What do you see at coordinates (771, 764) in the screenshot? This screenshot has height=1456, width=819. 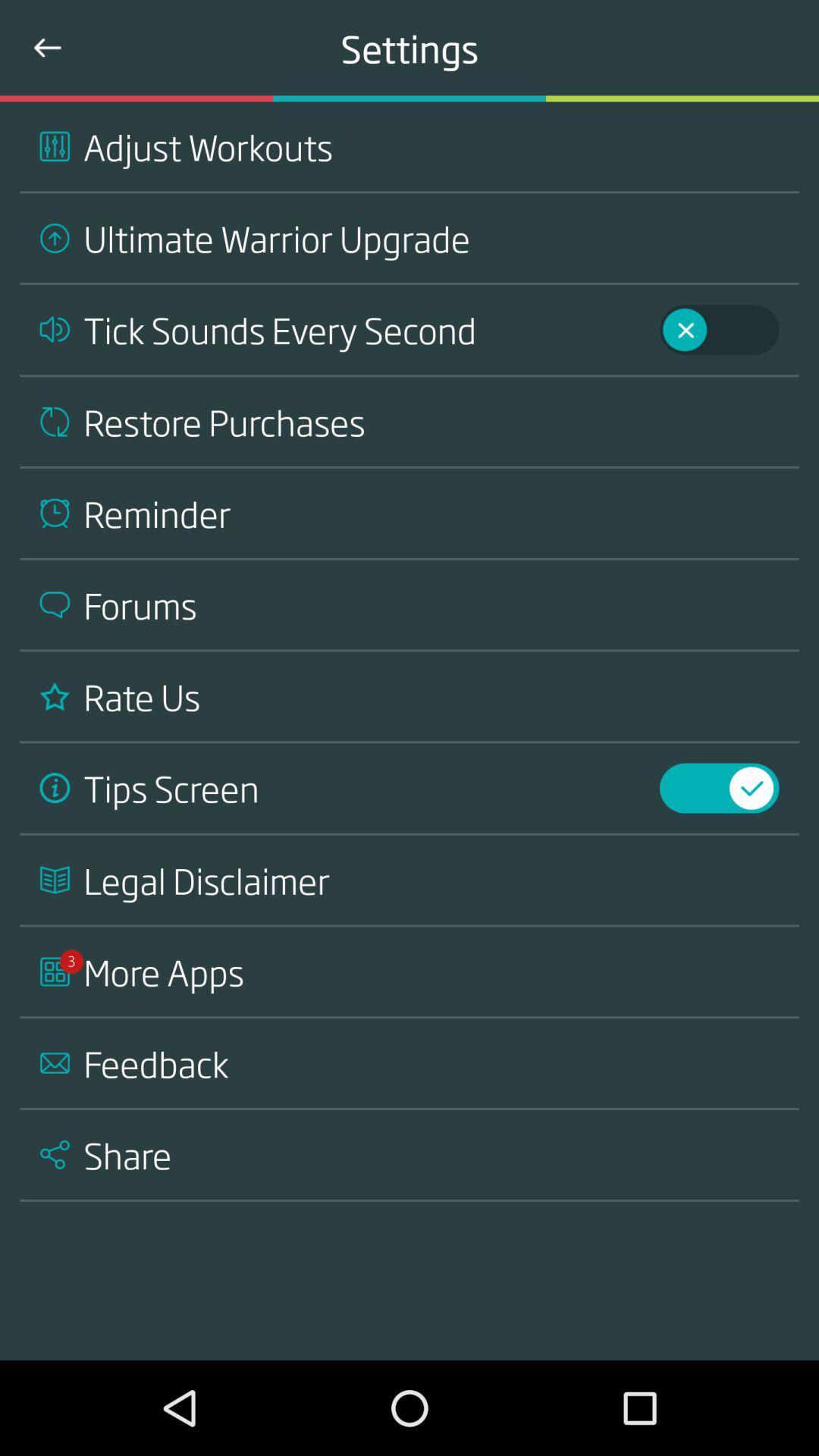 I see `the check icon` at bounding box center [771, 764].